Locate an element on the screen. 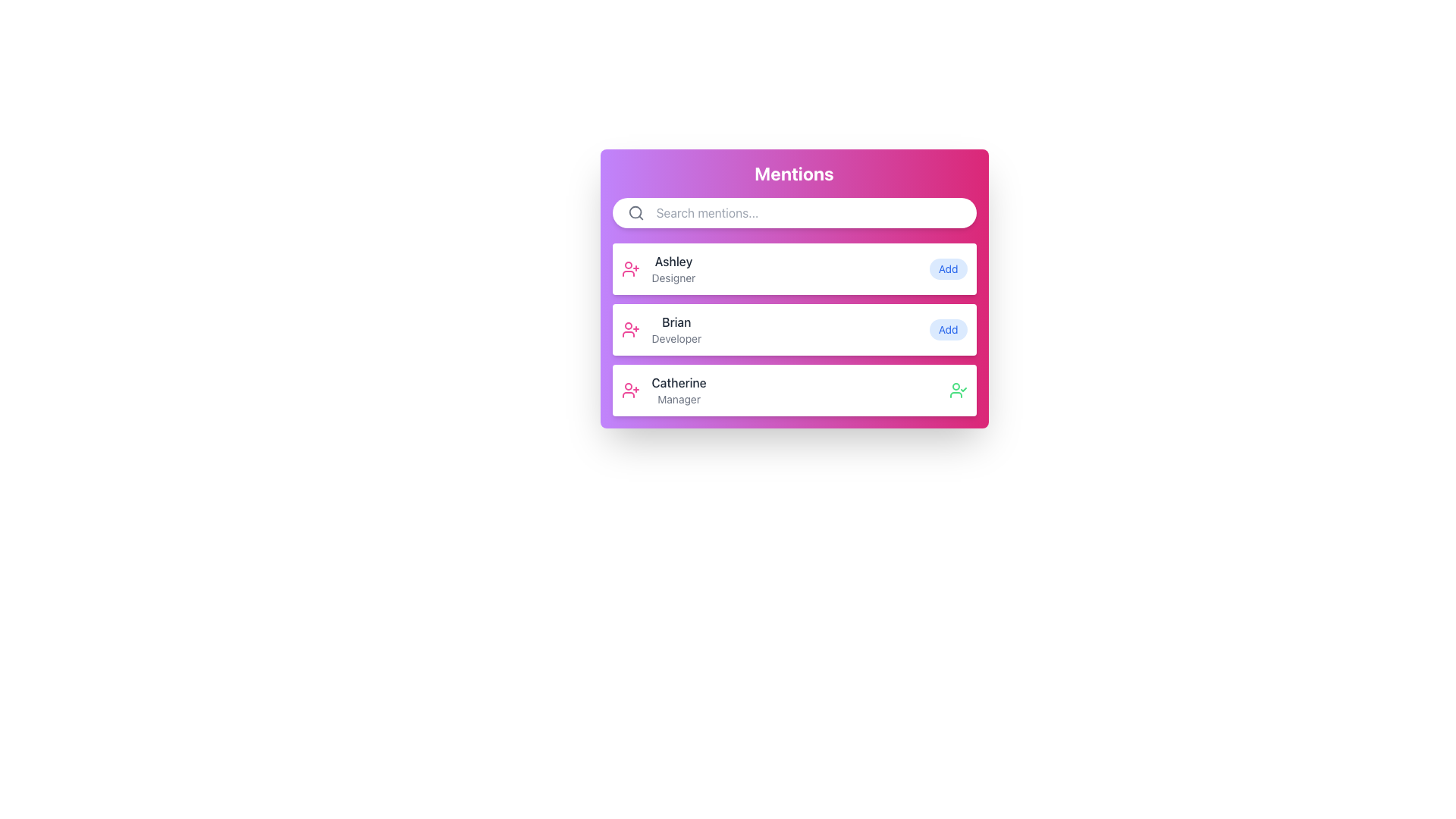 The width and height of the screenshot is (1456, 819). the pink user icon with a plus sign located in the last row of the 'Mentions' section, next to the text 'Catherine' and 'Manager' is located at coordinates (630, 390).